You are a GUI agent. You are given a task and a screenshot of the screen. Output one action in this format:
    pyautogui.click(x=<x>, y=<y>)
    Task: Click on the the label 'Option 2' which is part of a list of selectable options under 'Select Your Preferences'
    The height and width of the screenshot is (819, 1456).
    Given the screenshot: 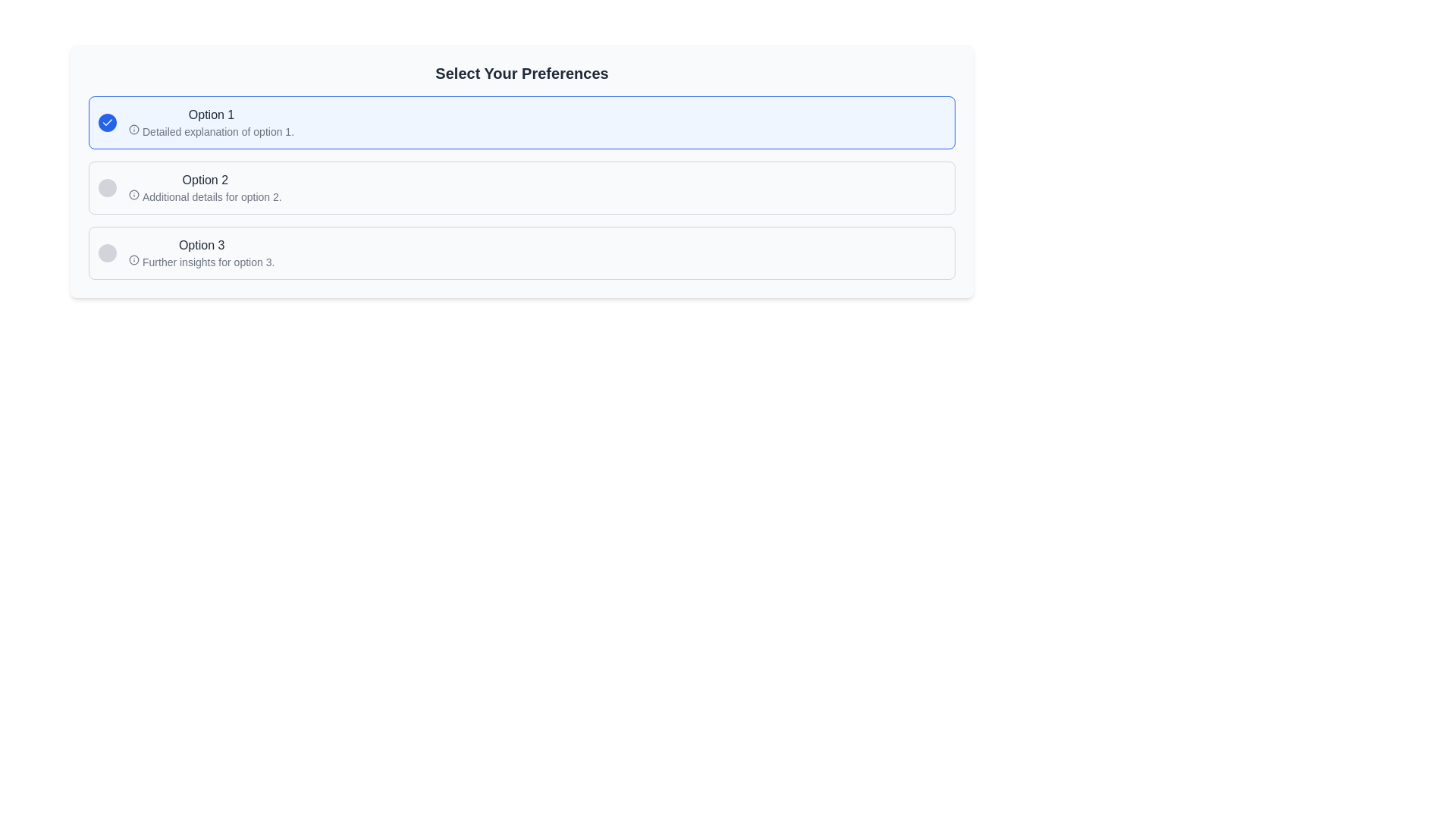 What is the action you would take?
    pyautogui.click(x=204, y=180)
    